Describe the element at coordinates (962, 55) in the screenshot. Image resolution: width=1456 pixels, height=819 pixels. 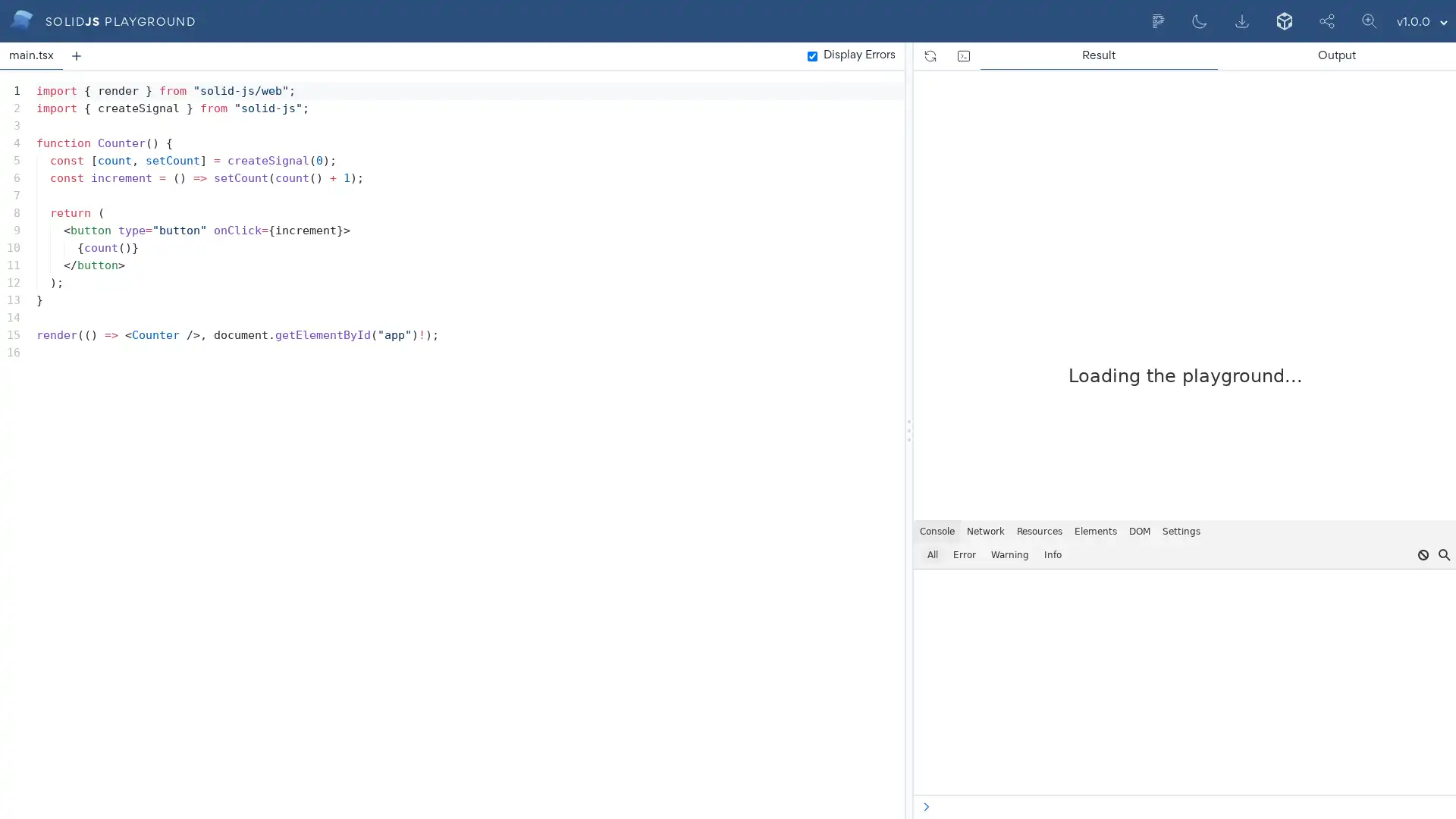
I see `Open the devtools` at that location.